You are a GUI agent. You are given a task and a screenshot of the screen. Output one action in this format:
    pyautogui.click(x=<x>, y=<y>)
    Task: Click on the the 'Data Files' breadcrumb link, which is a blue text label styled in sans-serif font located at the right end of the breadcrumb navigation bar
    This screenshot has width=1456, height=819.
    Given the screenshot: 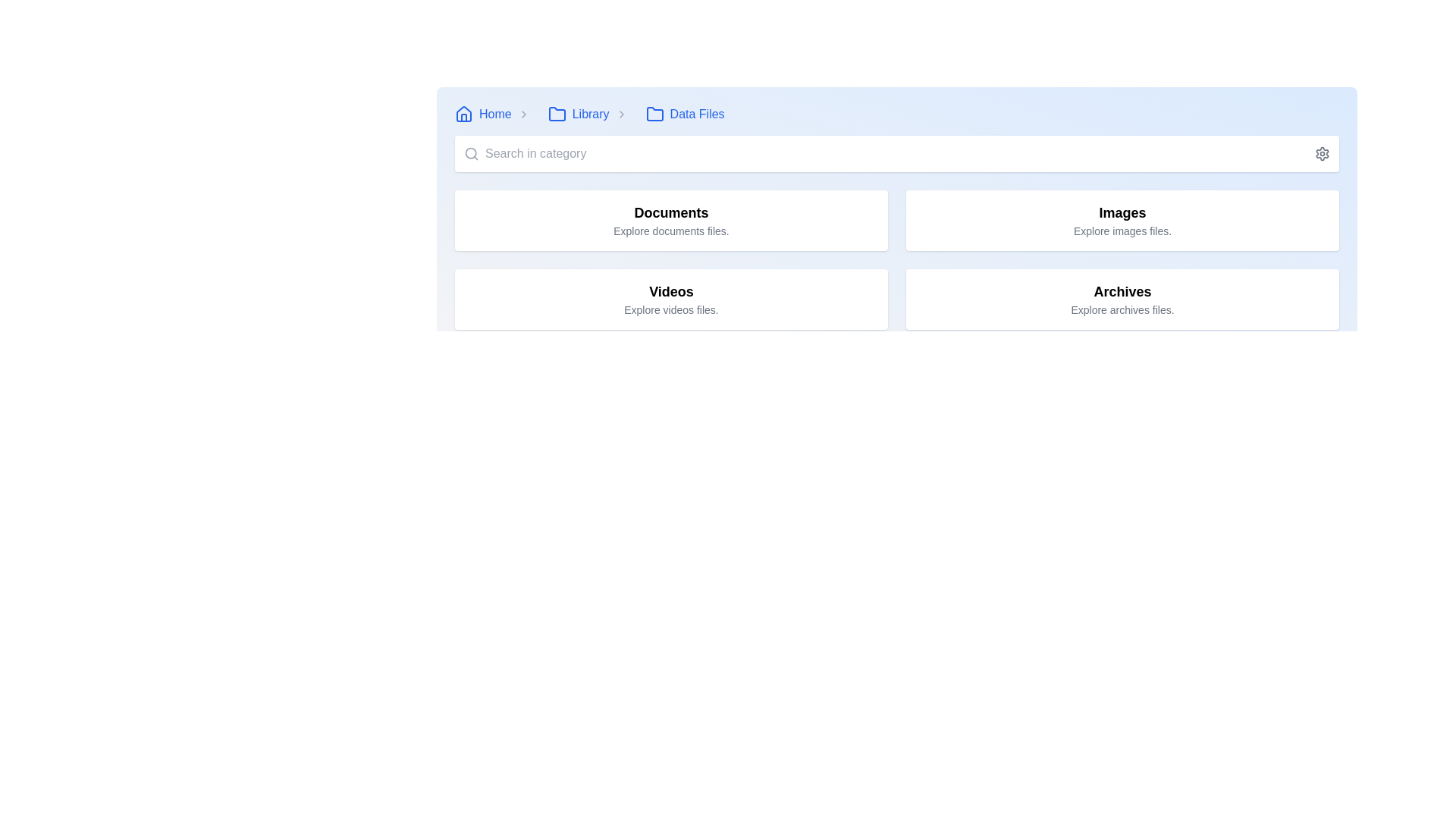 What is the action you would take?
    pyautogui.click(x=696, y=113)
    